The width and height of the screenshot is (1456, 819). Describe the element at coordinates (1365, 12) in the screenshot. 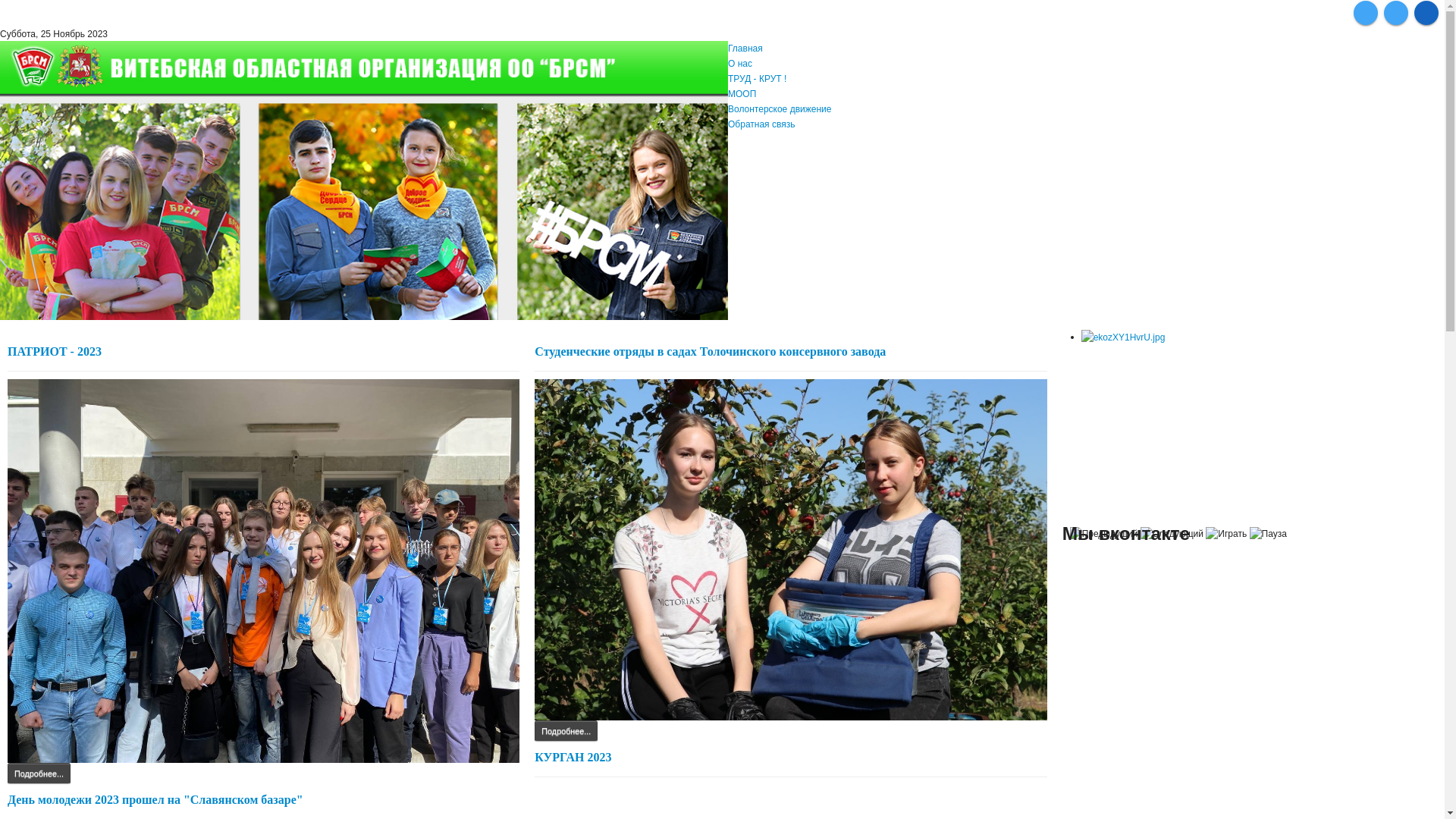

I see `'VK'` at that location.